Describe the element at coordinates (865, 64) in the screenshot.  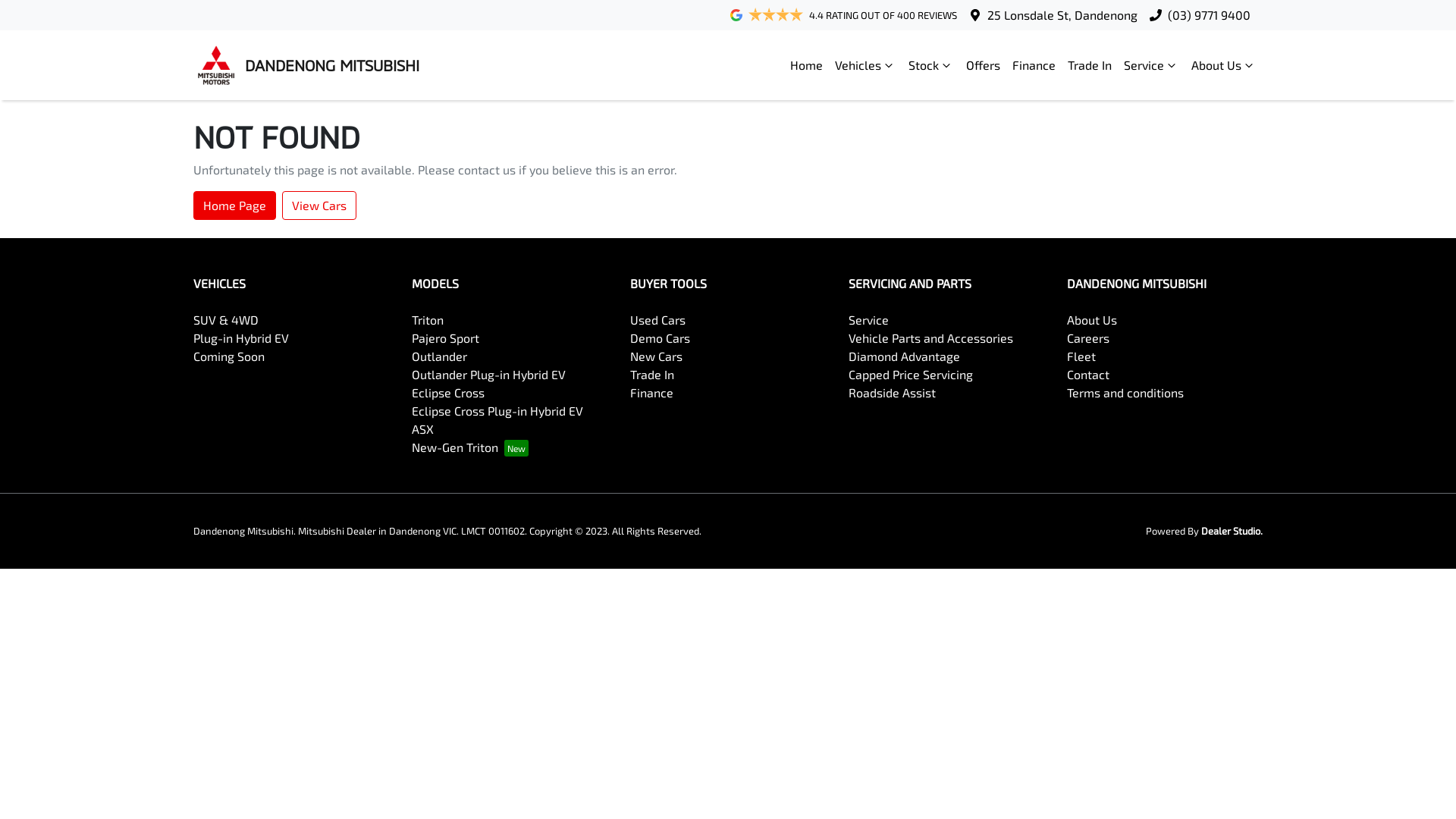
I see `'Vehicles'` at that location.